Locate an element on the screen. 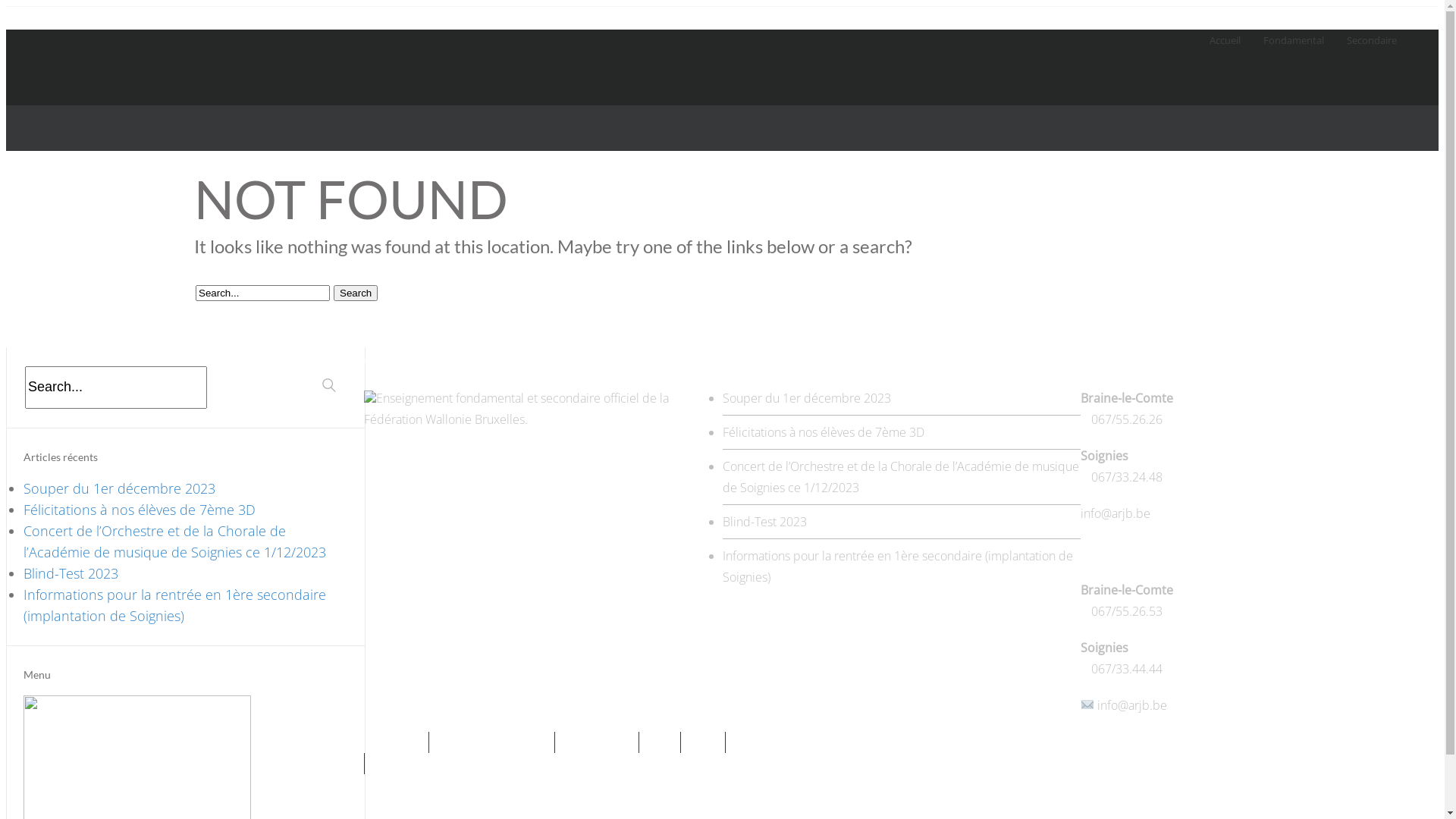  '067/55.26.53' is located at coordinates (1127, 610).